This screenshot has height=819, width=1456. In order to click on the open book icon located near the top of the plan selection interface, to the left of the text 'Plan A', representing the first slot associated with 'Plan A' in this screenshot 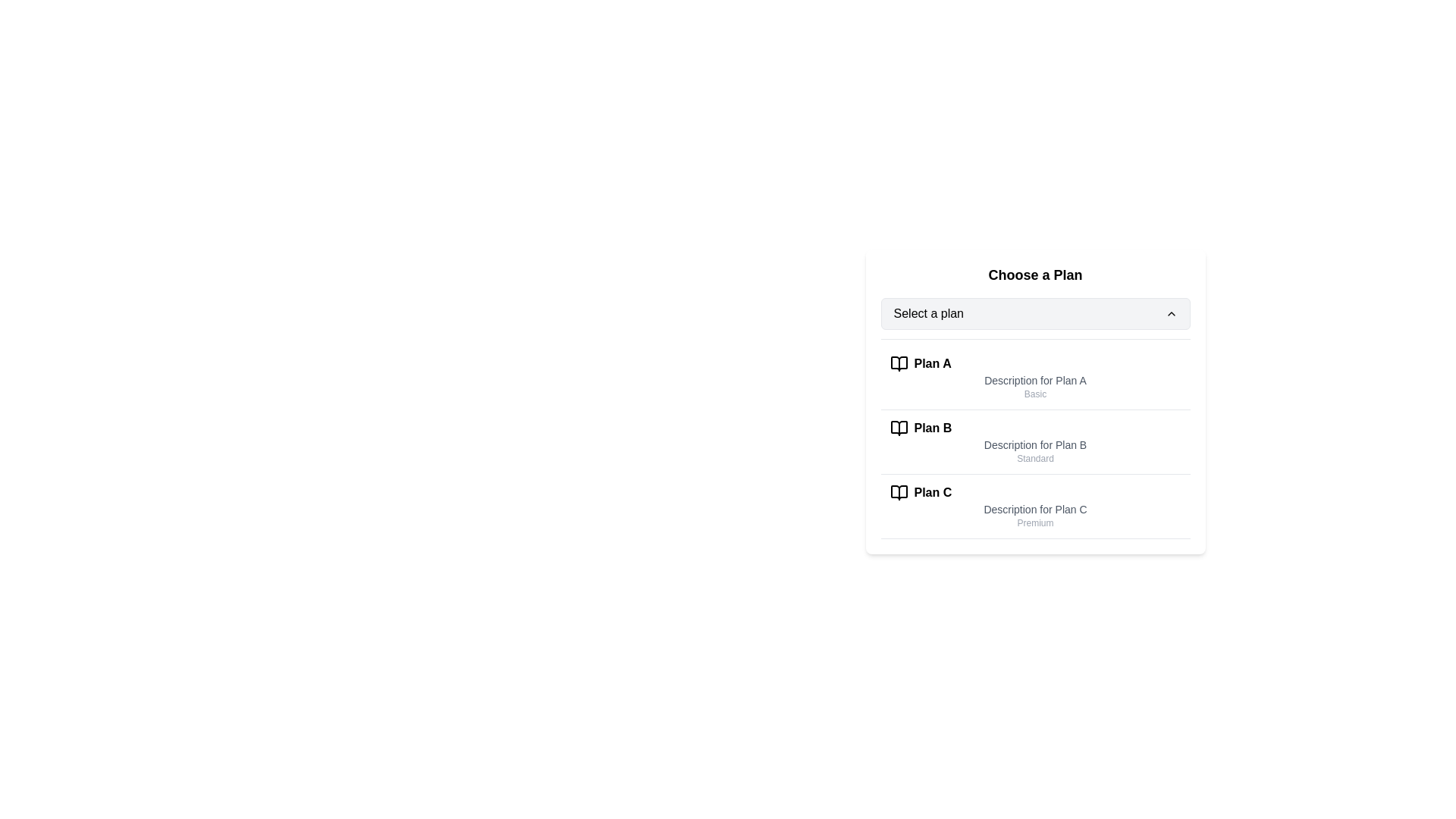, I will do `click(899, 363)`.